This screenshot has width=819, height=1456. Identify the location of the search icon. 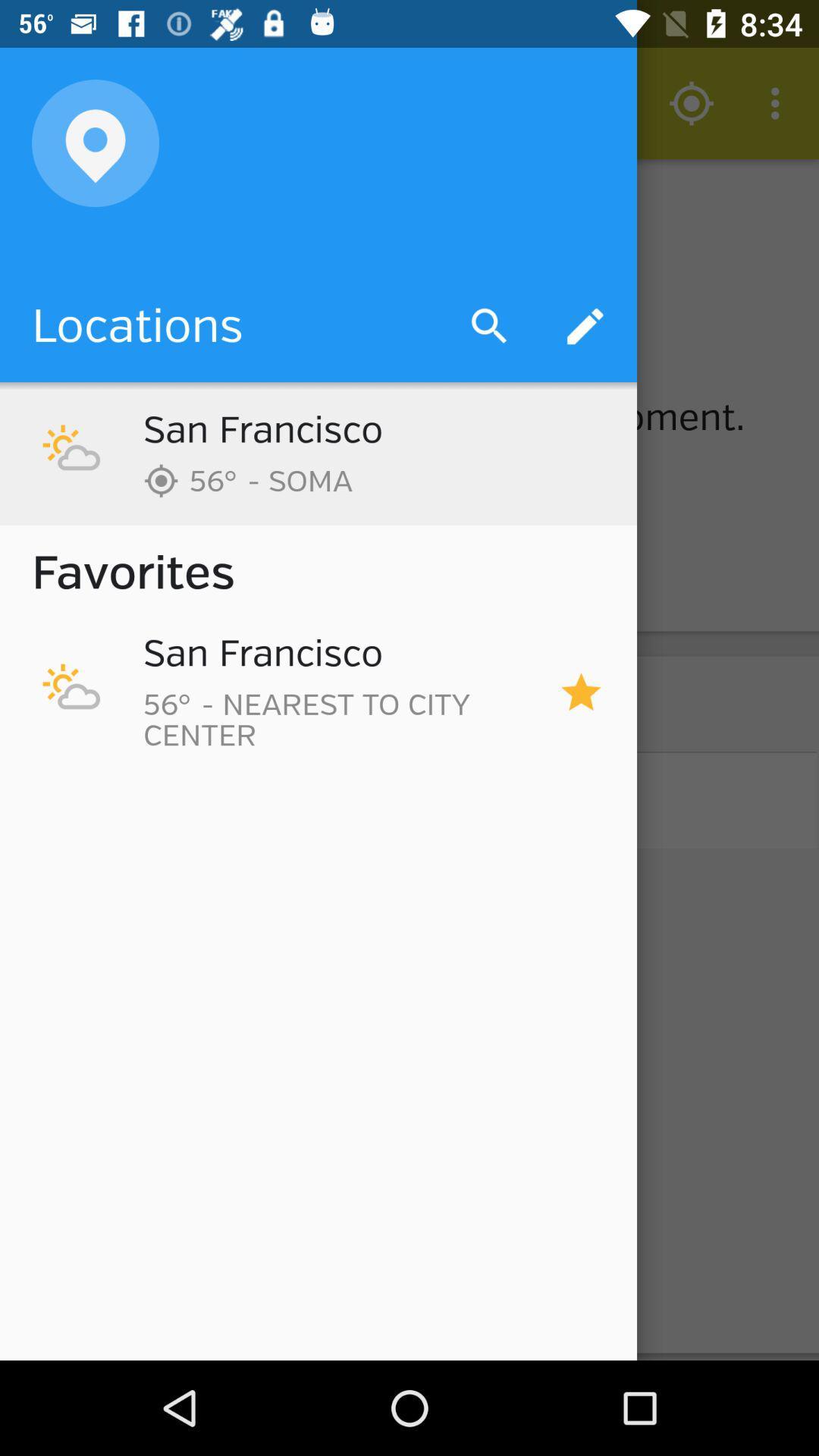
(489, 326).